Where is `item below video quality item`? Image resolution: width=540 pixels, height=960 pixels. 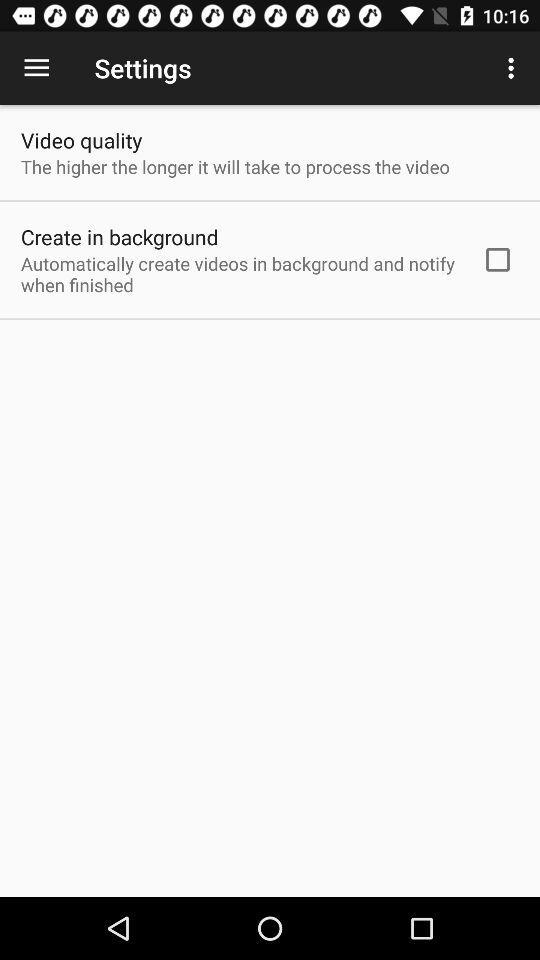
item below video quality item is located at coordinates (234, 165).